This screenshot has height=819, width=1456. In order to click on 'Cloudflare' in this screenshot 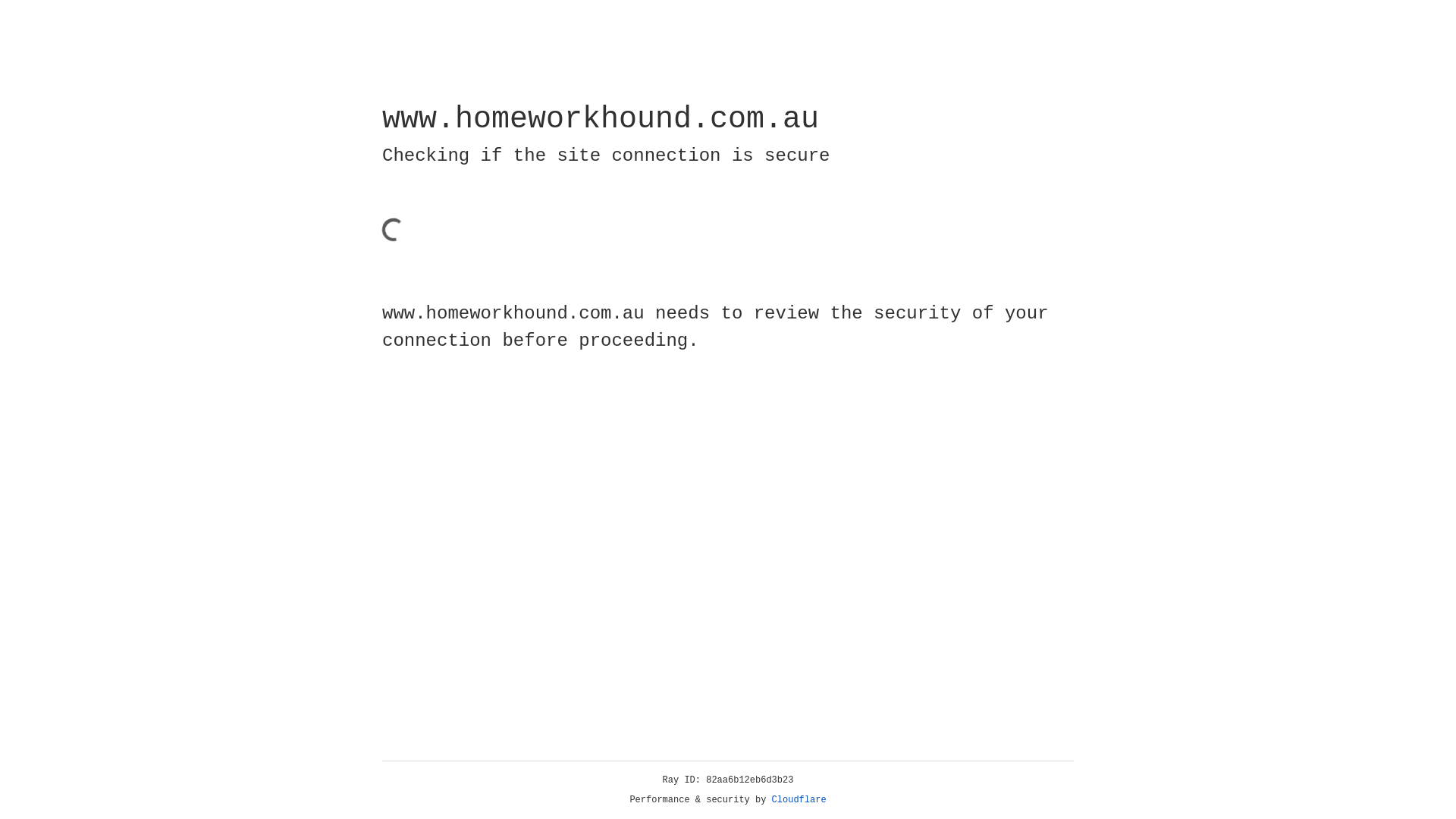, I will do `click(771, 799)`.